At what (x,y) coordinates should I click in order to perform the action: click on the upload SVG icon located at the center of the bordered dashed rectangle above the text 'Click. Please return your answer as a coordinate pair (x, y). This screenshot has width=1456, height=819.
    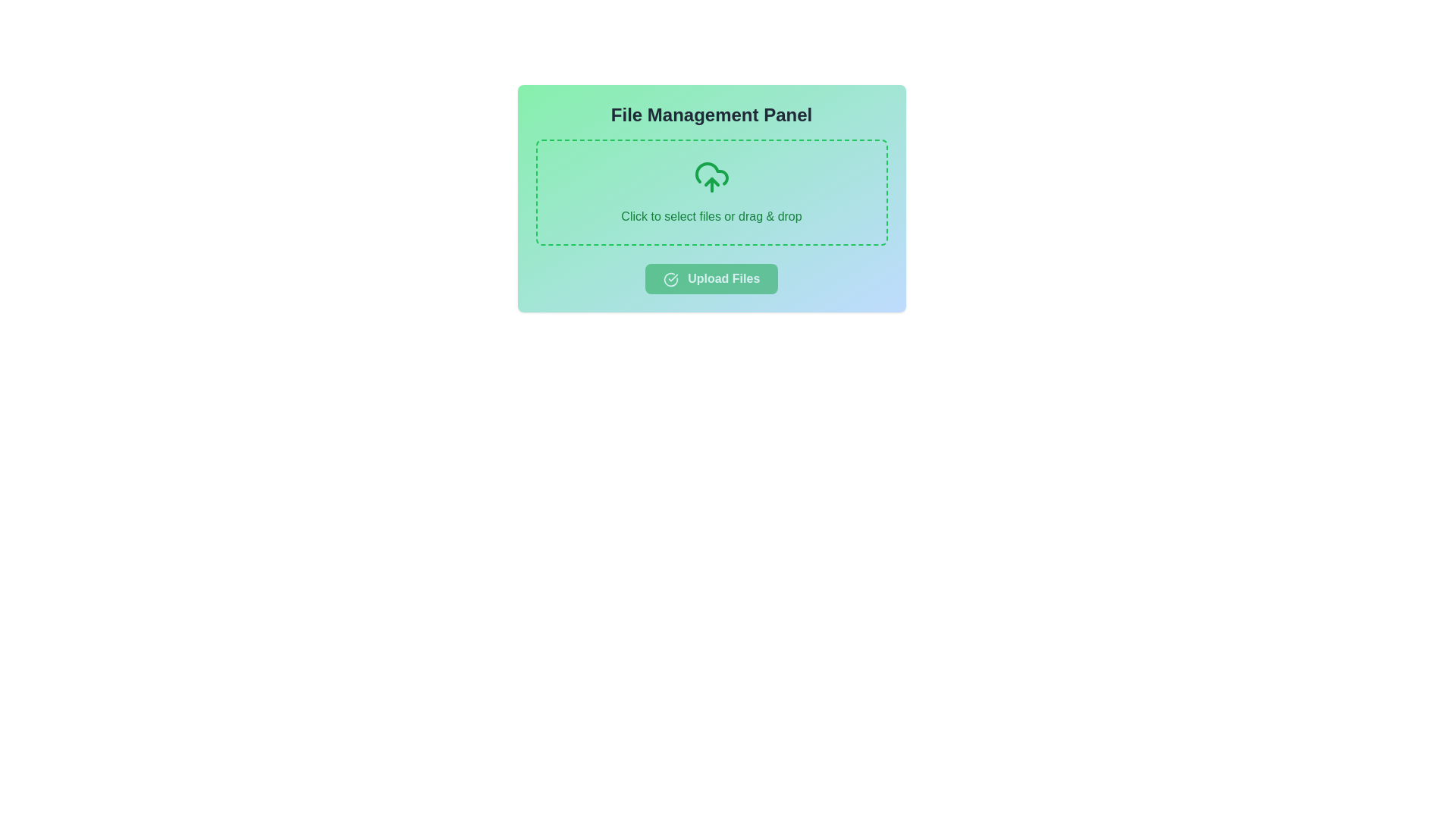
    Looking at the image, I should click on (711, 177).